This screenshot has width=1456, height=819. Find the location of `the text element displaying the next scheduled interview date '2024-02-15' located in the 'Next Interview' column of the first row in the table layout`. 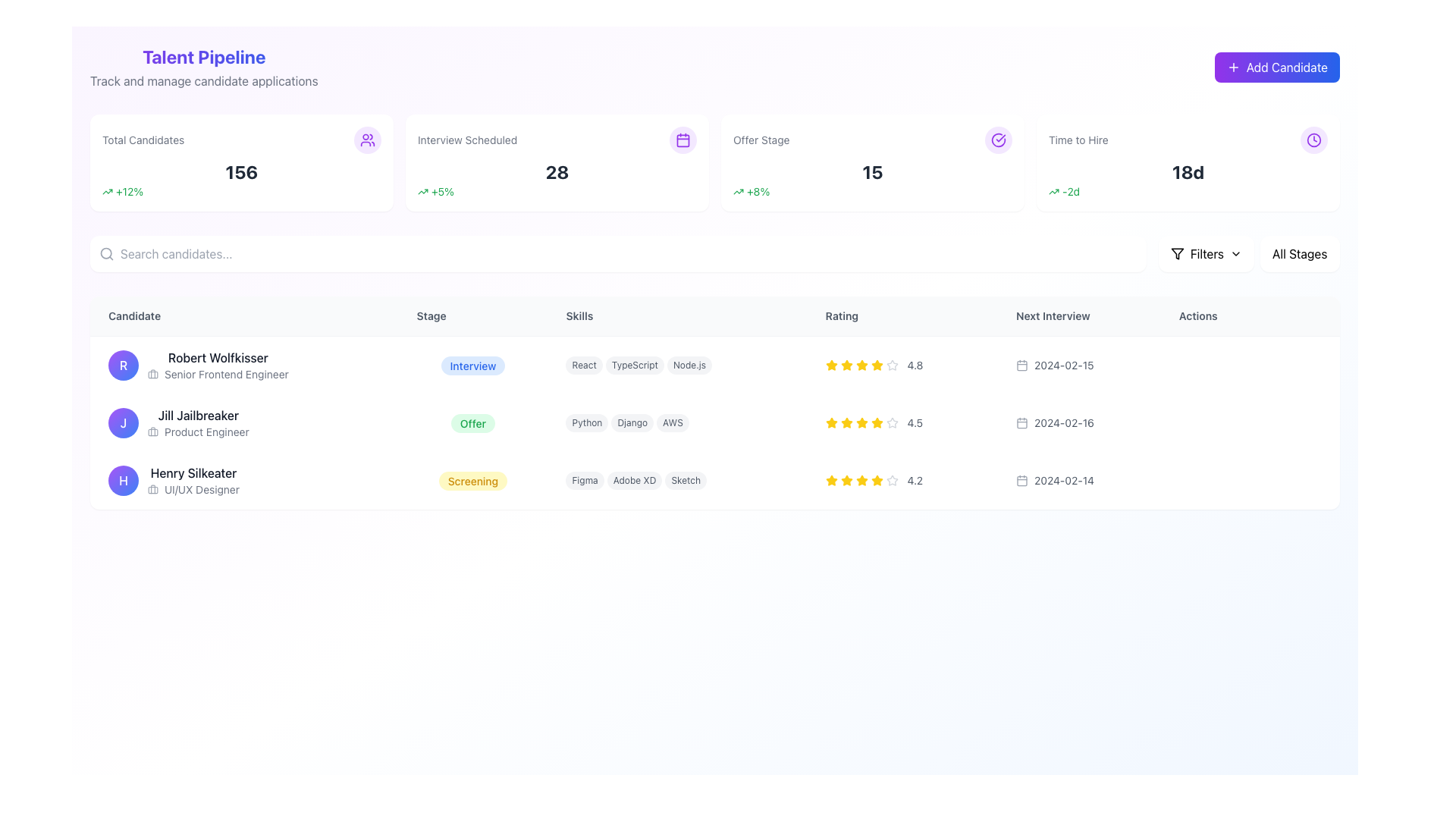

the text element displaying the next scheduled interview date '2024-02-15' located in the 'Next Interview' column of the first row in the table layout is located at coordinates (1063, 366).